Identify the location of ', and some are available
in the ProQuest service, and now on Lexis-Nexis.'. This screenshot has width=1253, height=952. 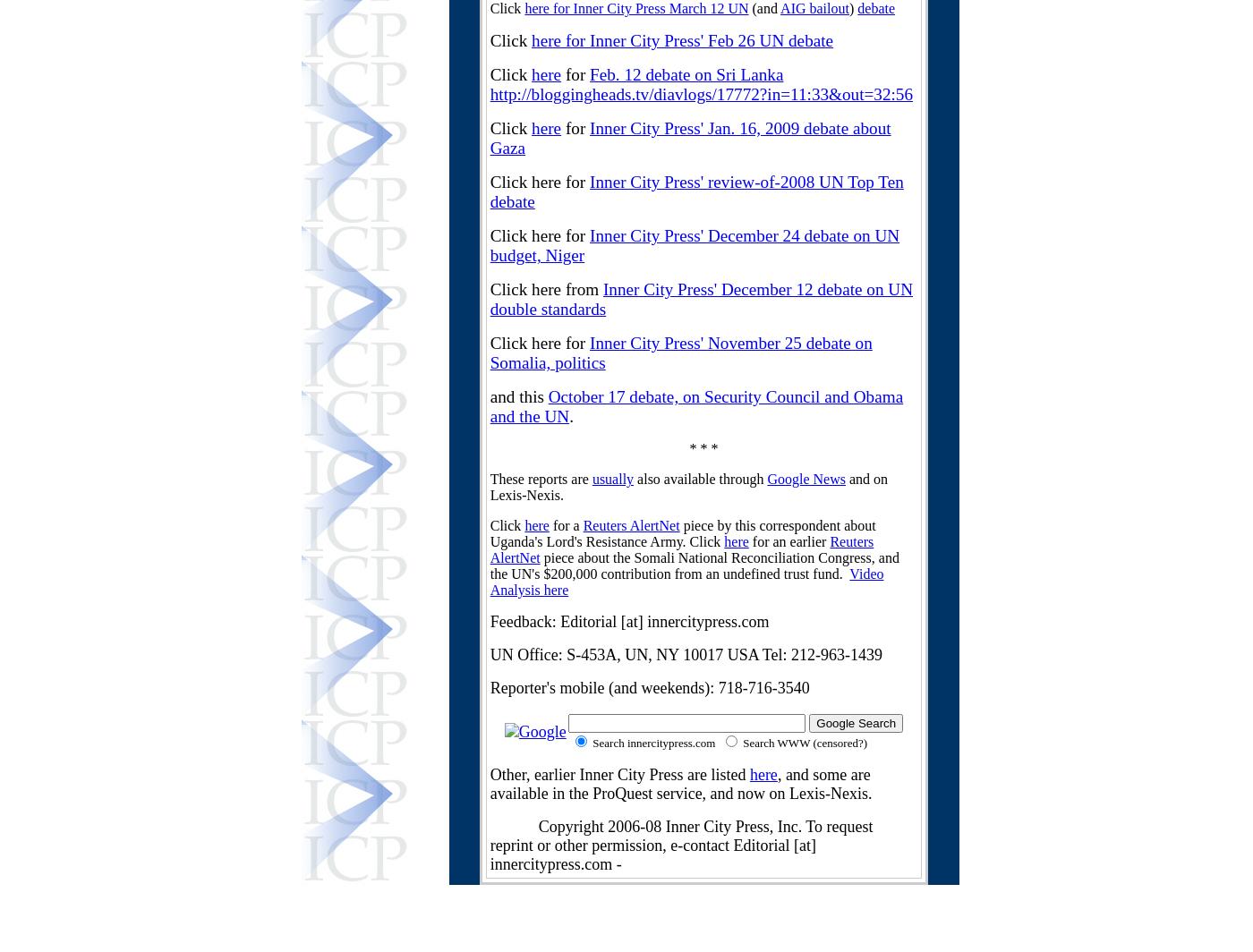
(679, 784).